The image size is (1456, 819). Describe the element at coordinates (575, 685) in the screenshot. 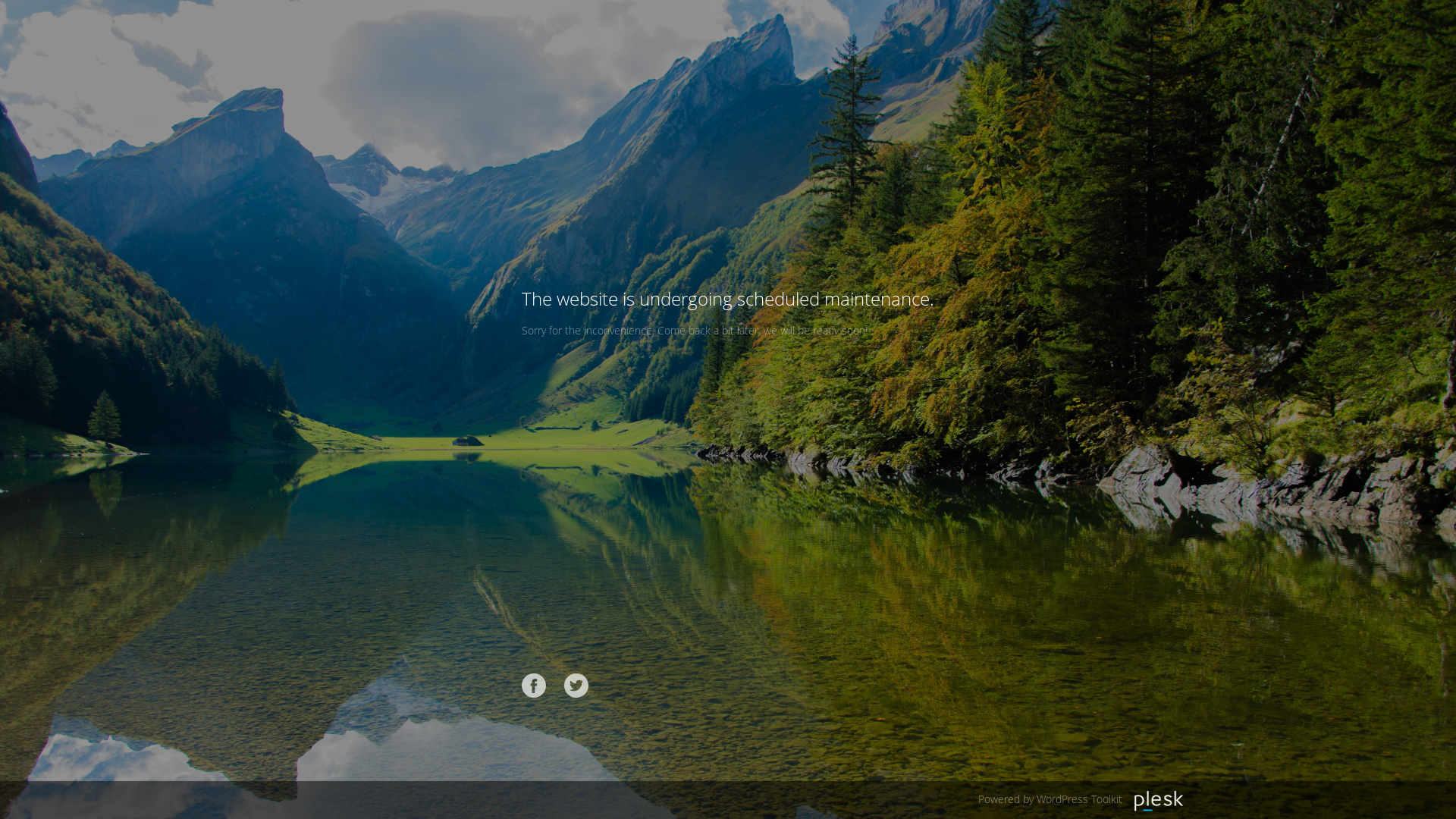

I see `'Twitter'` at that location.